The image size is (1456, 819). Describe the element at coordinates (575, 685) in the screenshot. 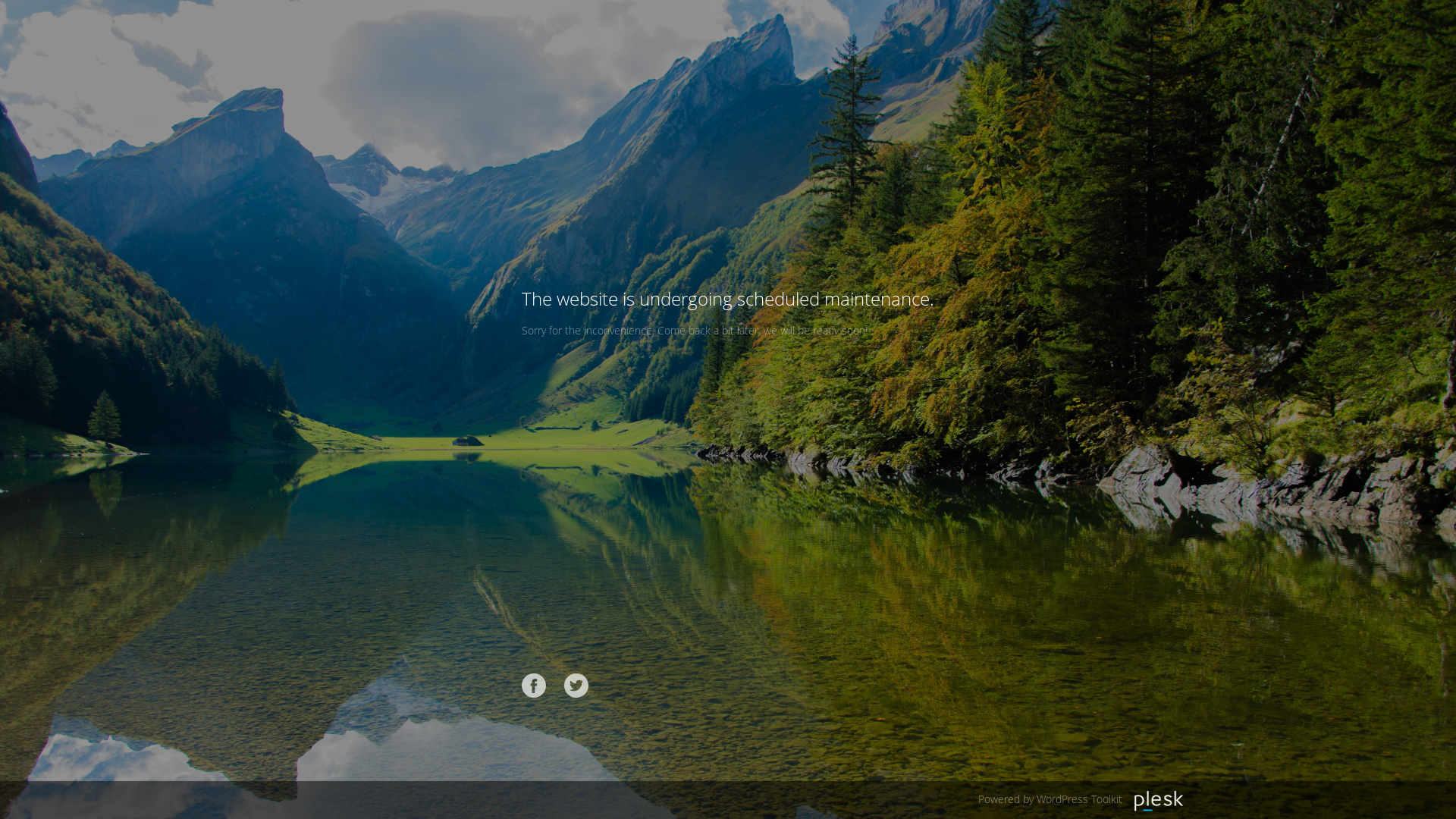

I see `'Twitter'` at that location.